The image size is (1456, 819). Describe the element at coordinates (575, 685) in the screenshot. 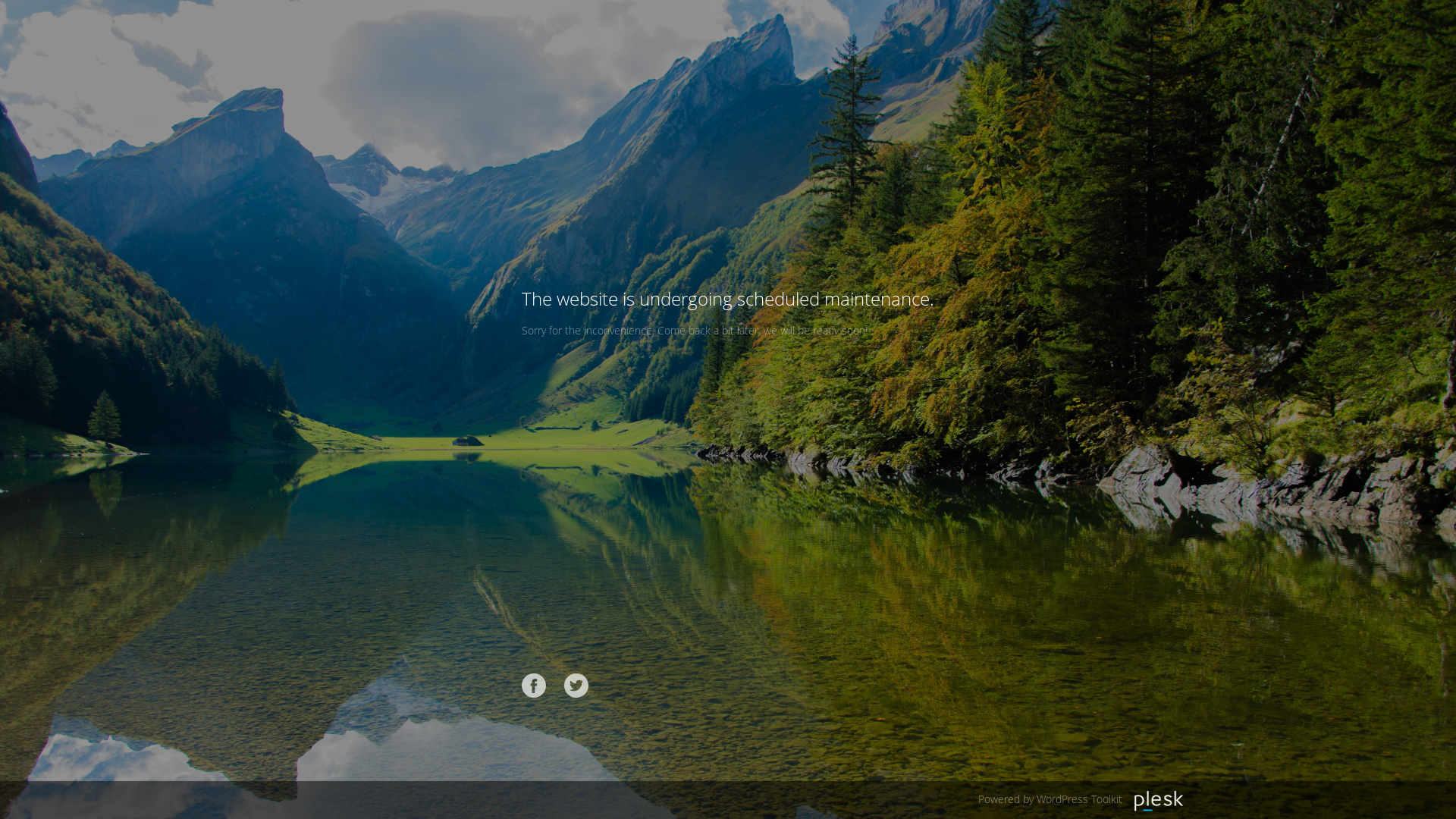

I see `'Twitter'` at that location.